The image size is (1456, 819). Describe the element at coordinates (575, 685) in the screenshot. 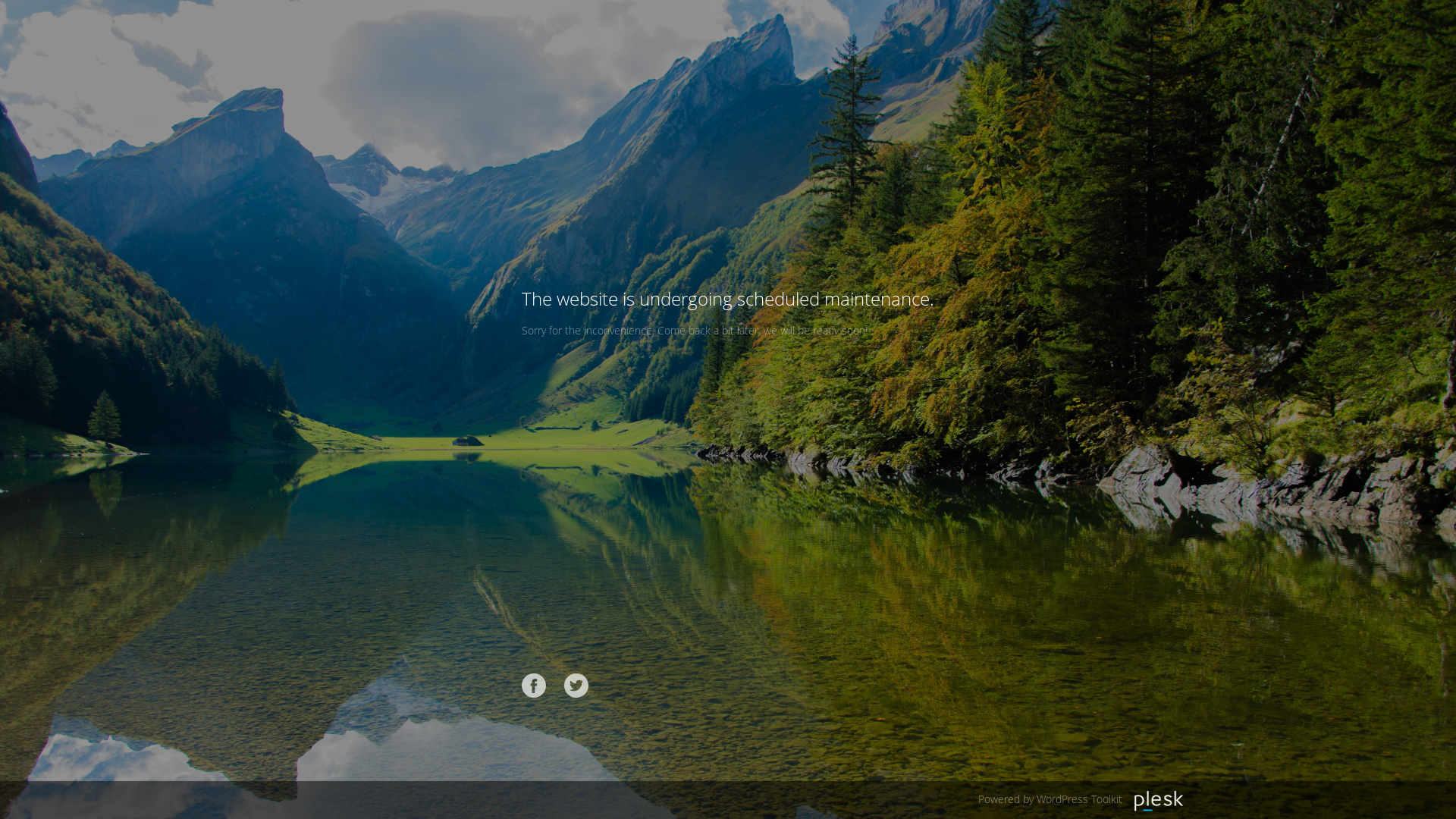

I see `'Twitter'` at that location.